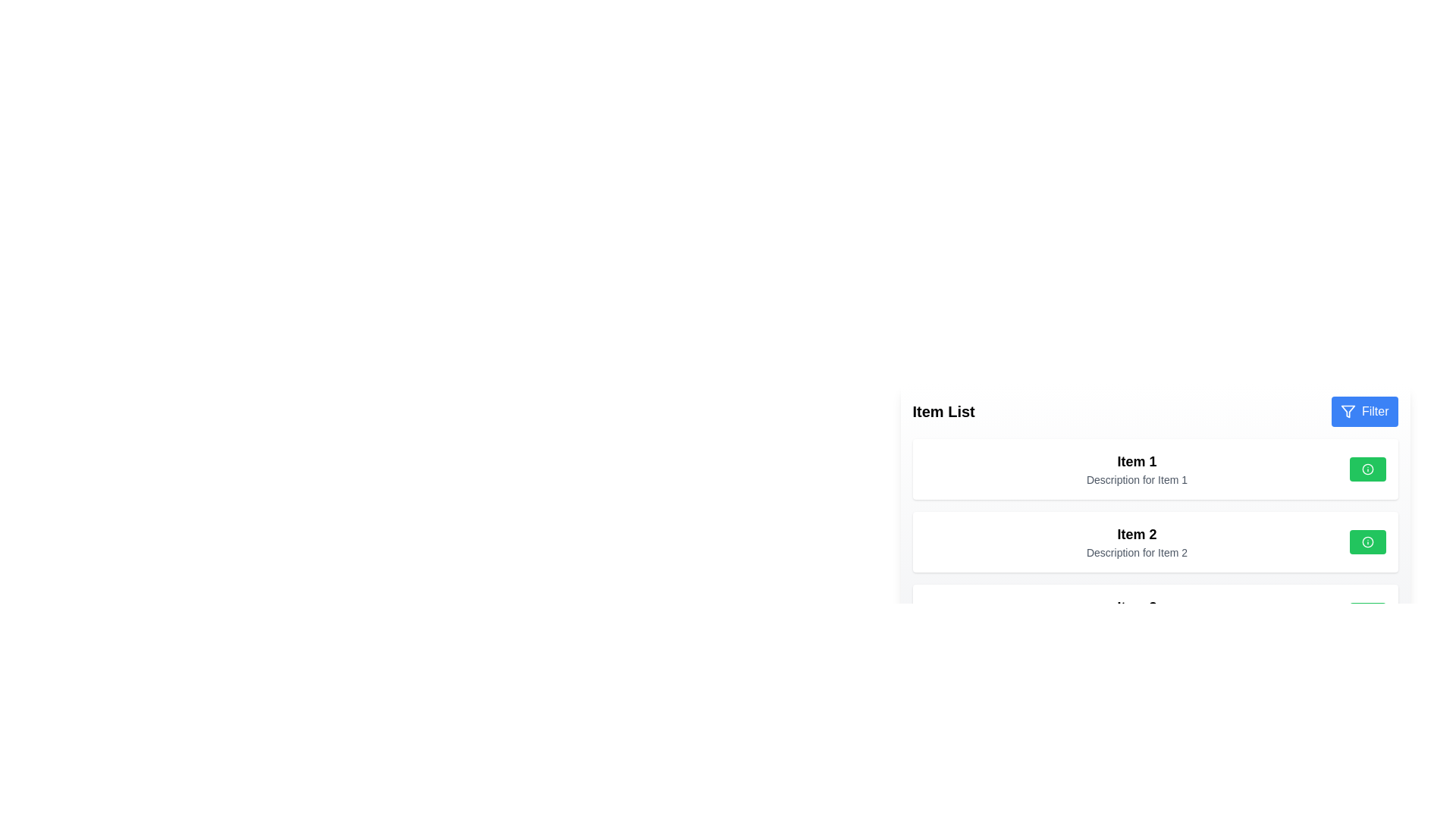 Image resolution: width=1456 pixels, height=819 pixels. I want to click on the text label displaying descriptive information about 'Item 2' in the 'Item List' section, so click(1137, 553).